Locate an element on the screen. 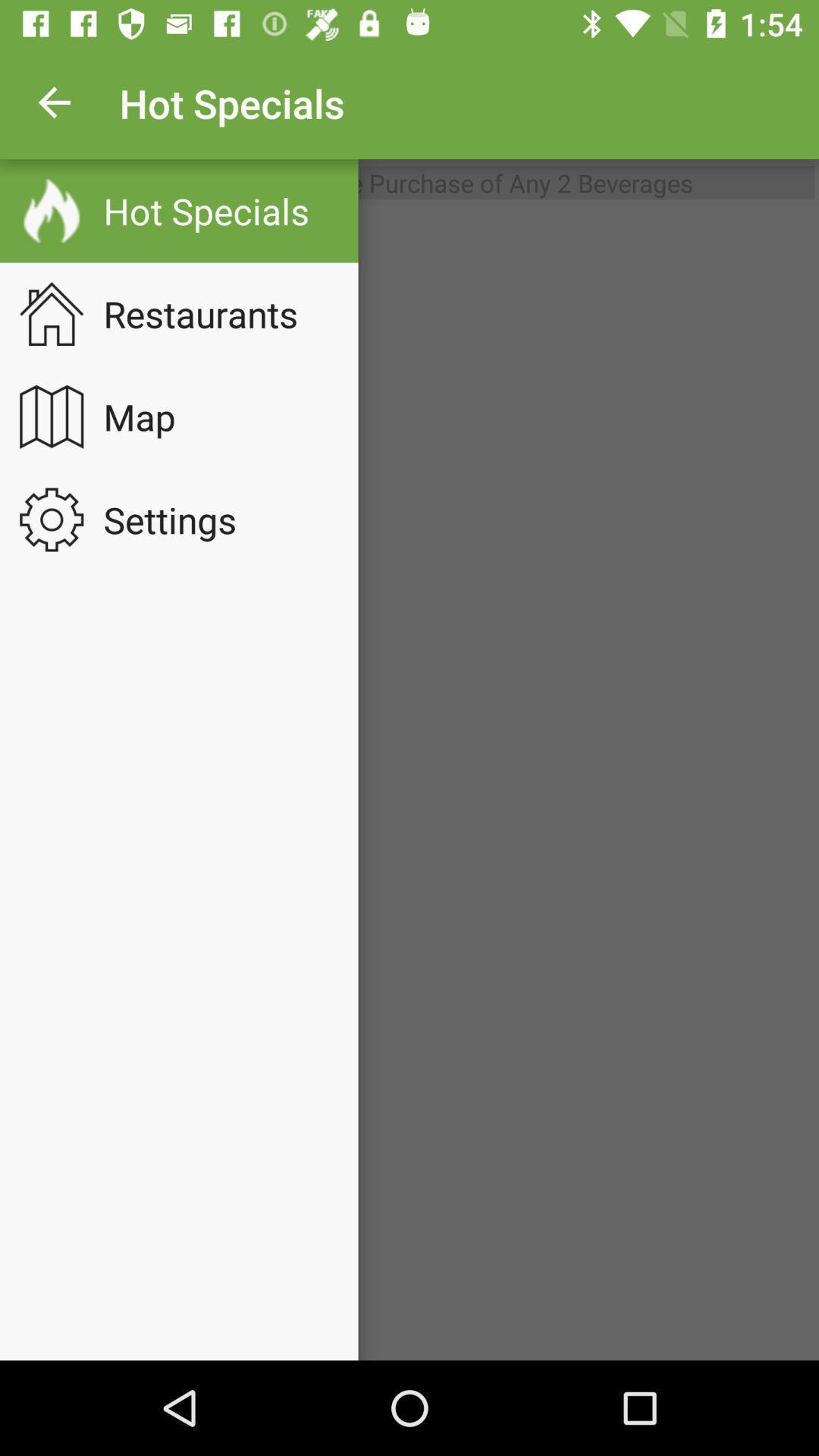  map icon is located at coordinates (149, 416).